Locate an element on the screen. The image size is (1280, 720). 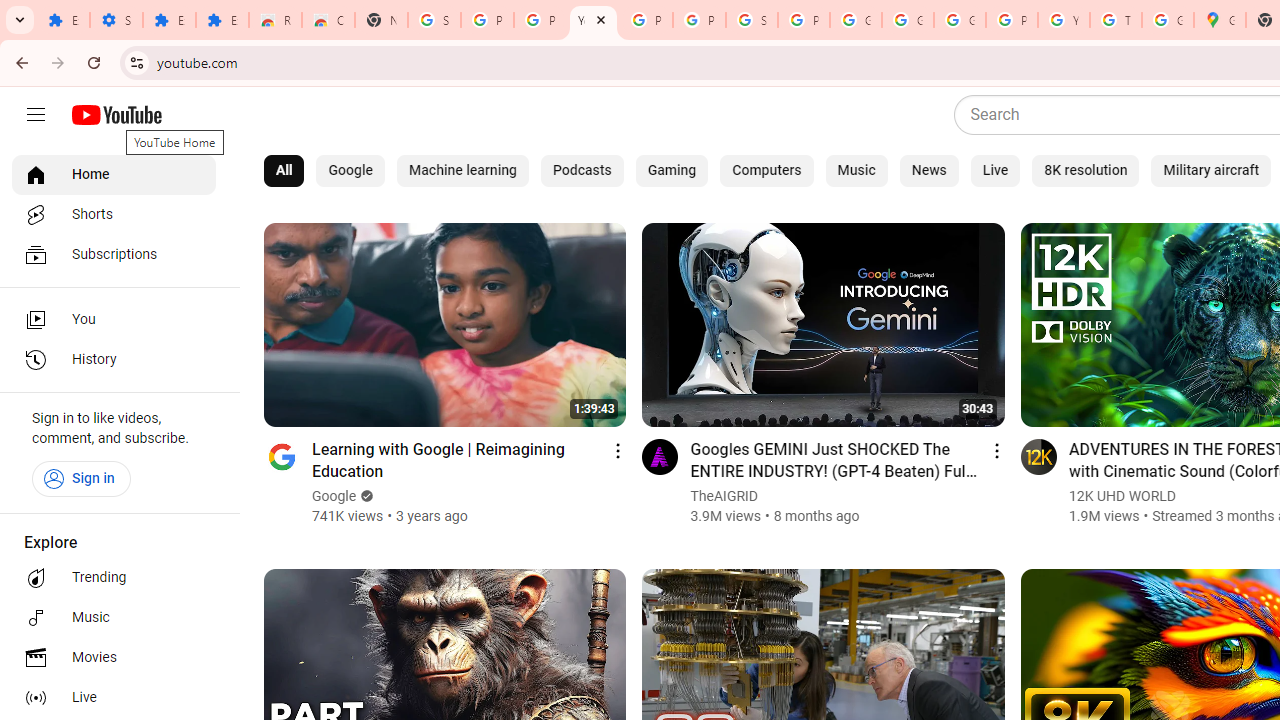
'Reviews: Helix Fruit Jump Arcade Game' is located at coordinates (274, 20).